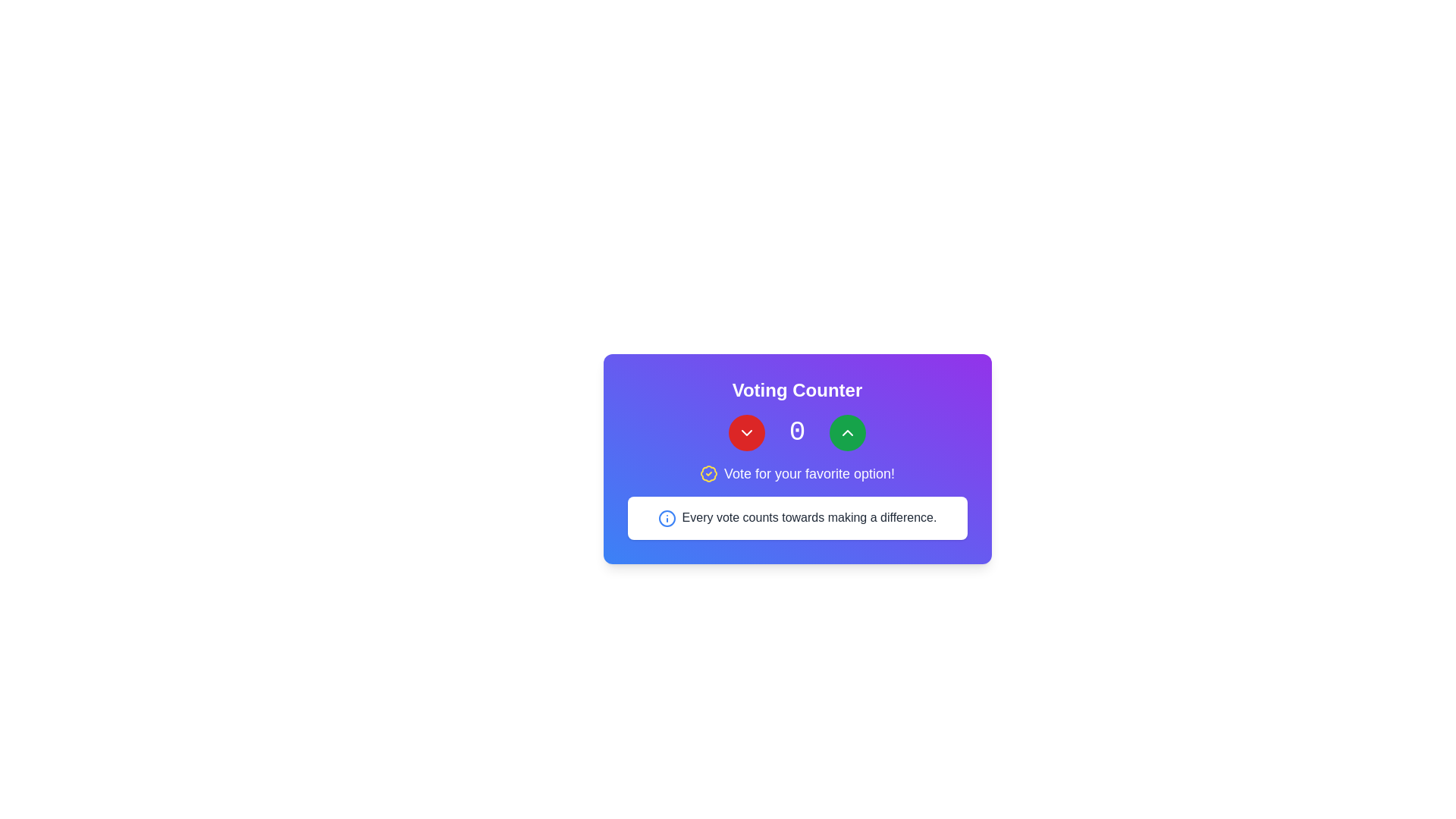 Image resolution: width=1456 pixels, height=819 pixels. What do you see at coordinates (796, 432) in the screenshot?
I see `the central numeric display of the voting component that shows the current tally or score, located between the interactive buttons and beneath 'Voting Counter'` at bounding box center [796, 432].